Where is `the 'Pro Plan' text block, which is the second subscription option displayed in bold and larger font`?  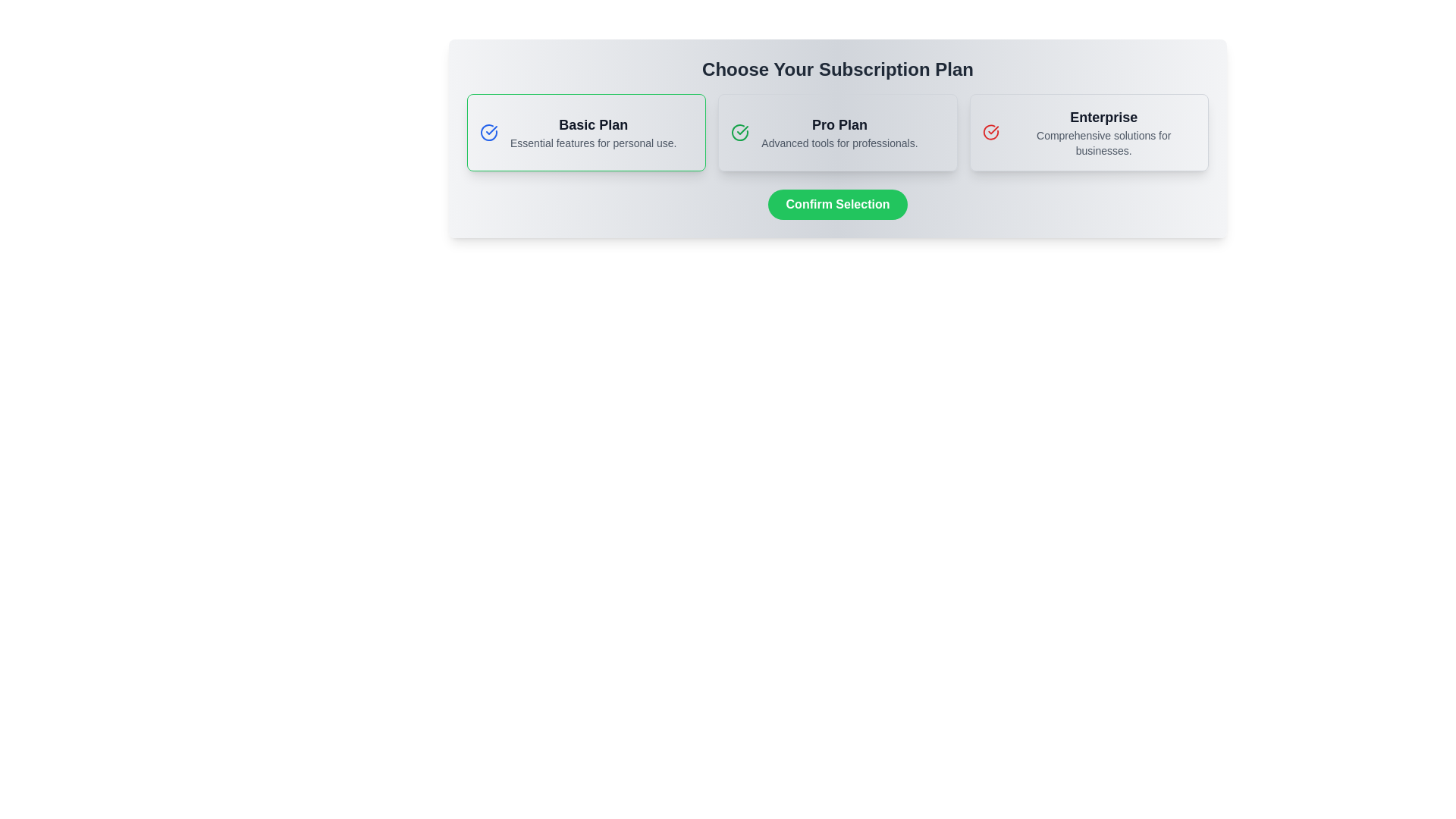 the 'Pro Plan' text block, which is the second subscription option displayed in bold and larger font is located at coordinates (839, 131).